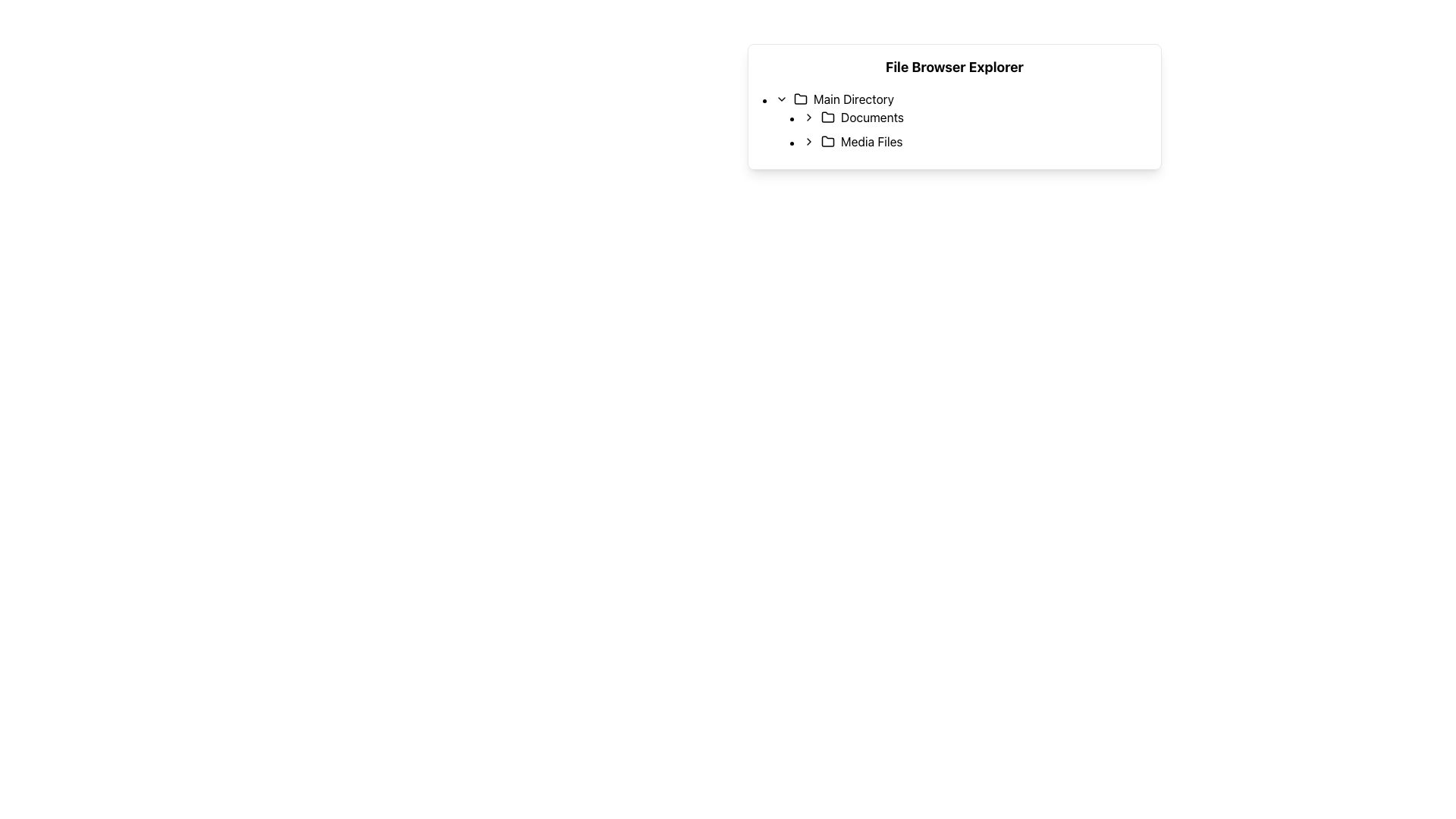  I want to click on the folder icon located to the left of the 'Media Files' label to interact with it, so click(827, 141).